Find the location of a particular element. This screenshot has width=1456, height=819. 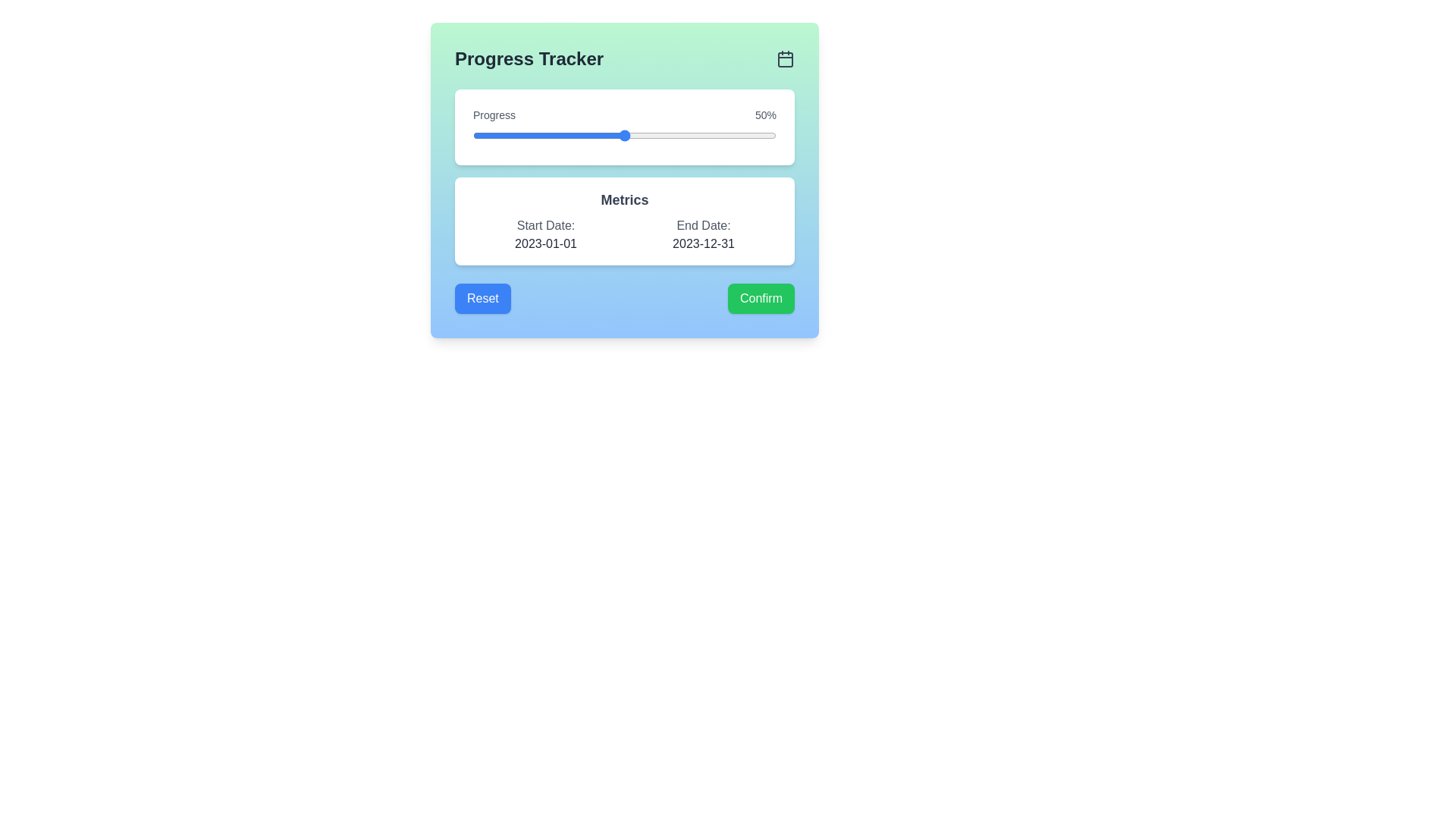

the slider value is located at coordinates (628, 134).